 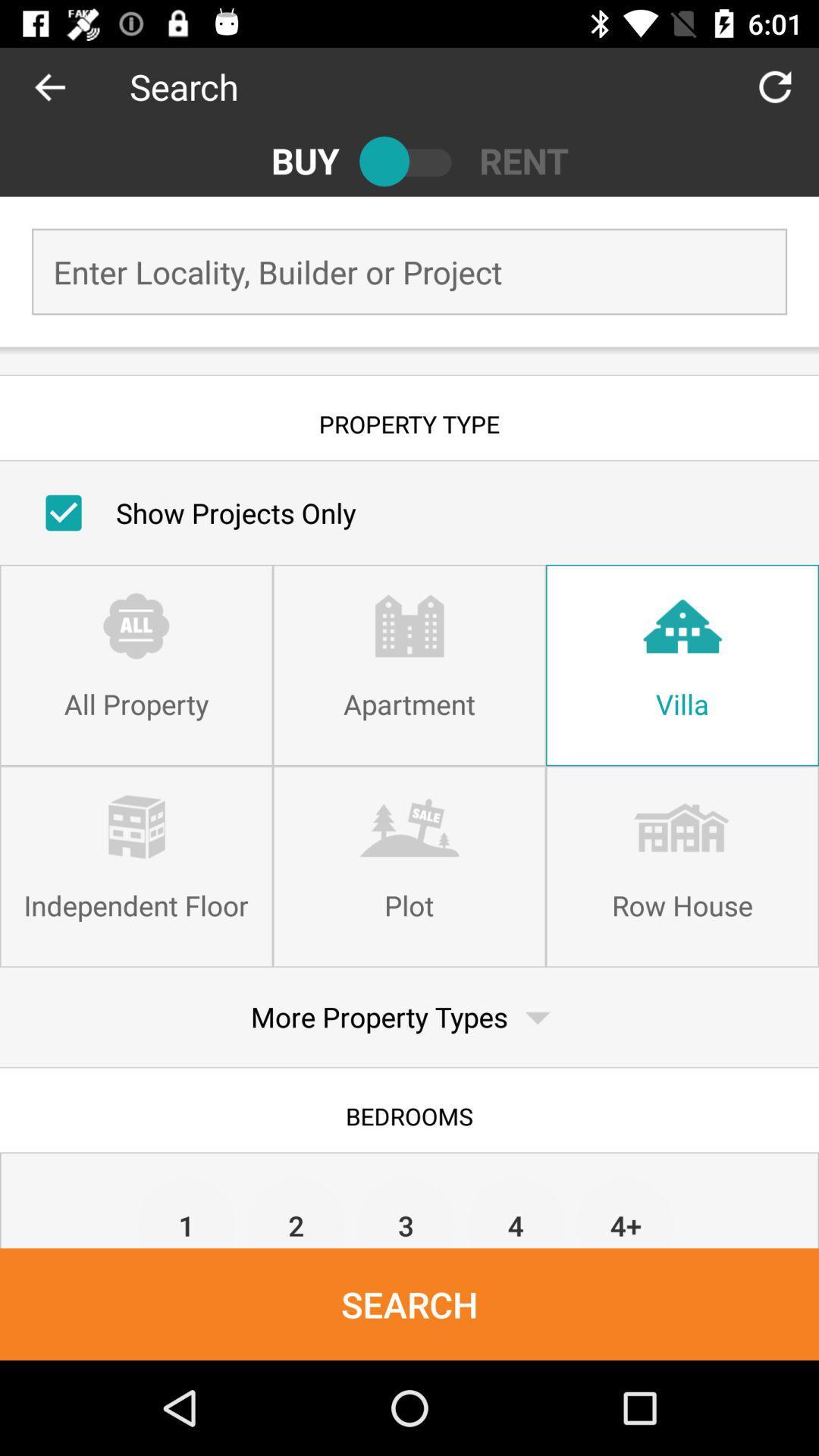 I want to click on go back, so click(x=64, y=86).